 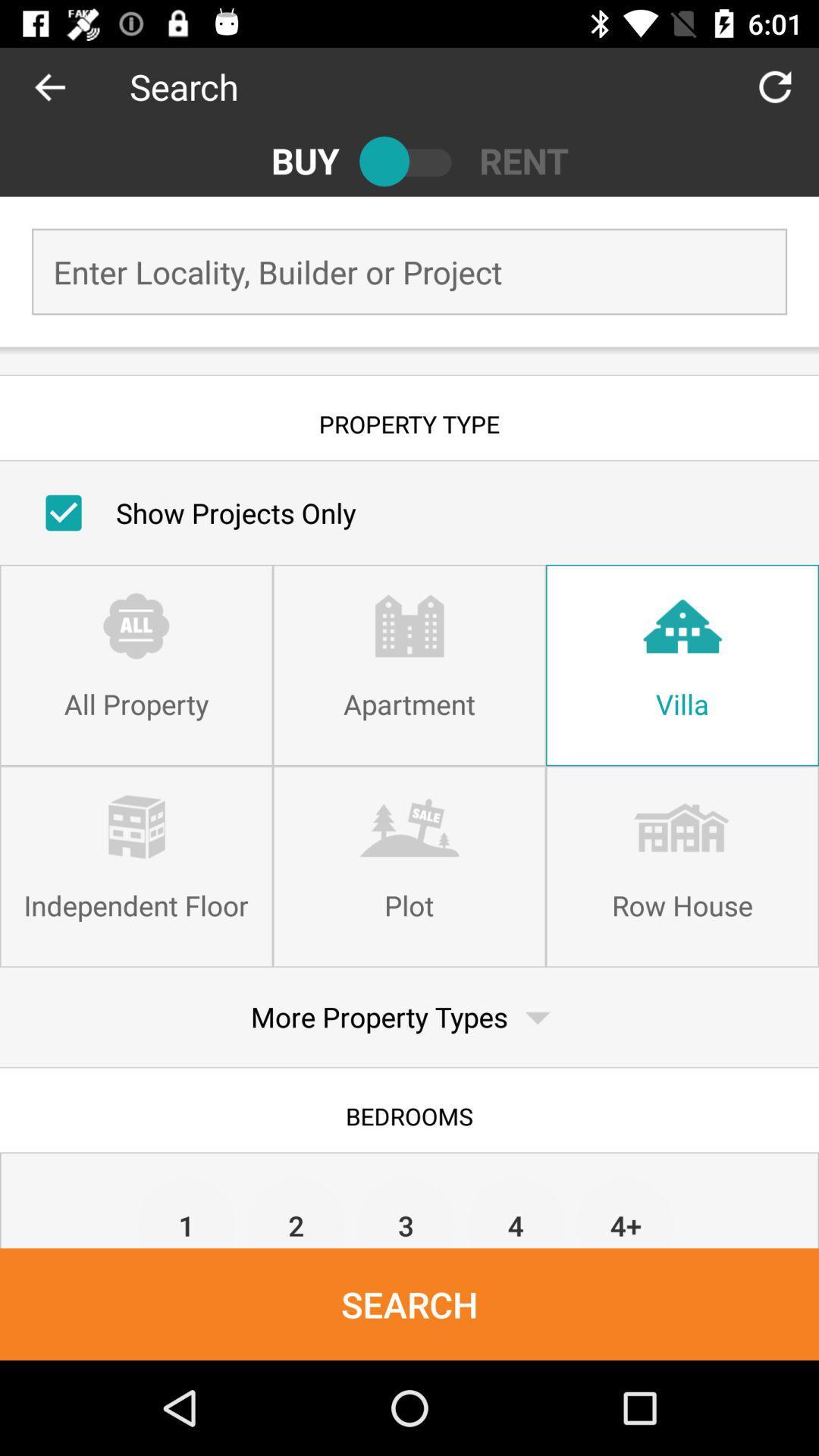 I want to click on go back, so click(x=64, y=86).